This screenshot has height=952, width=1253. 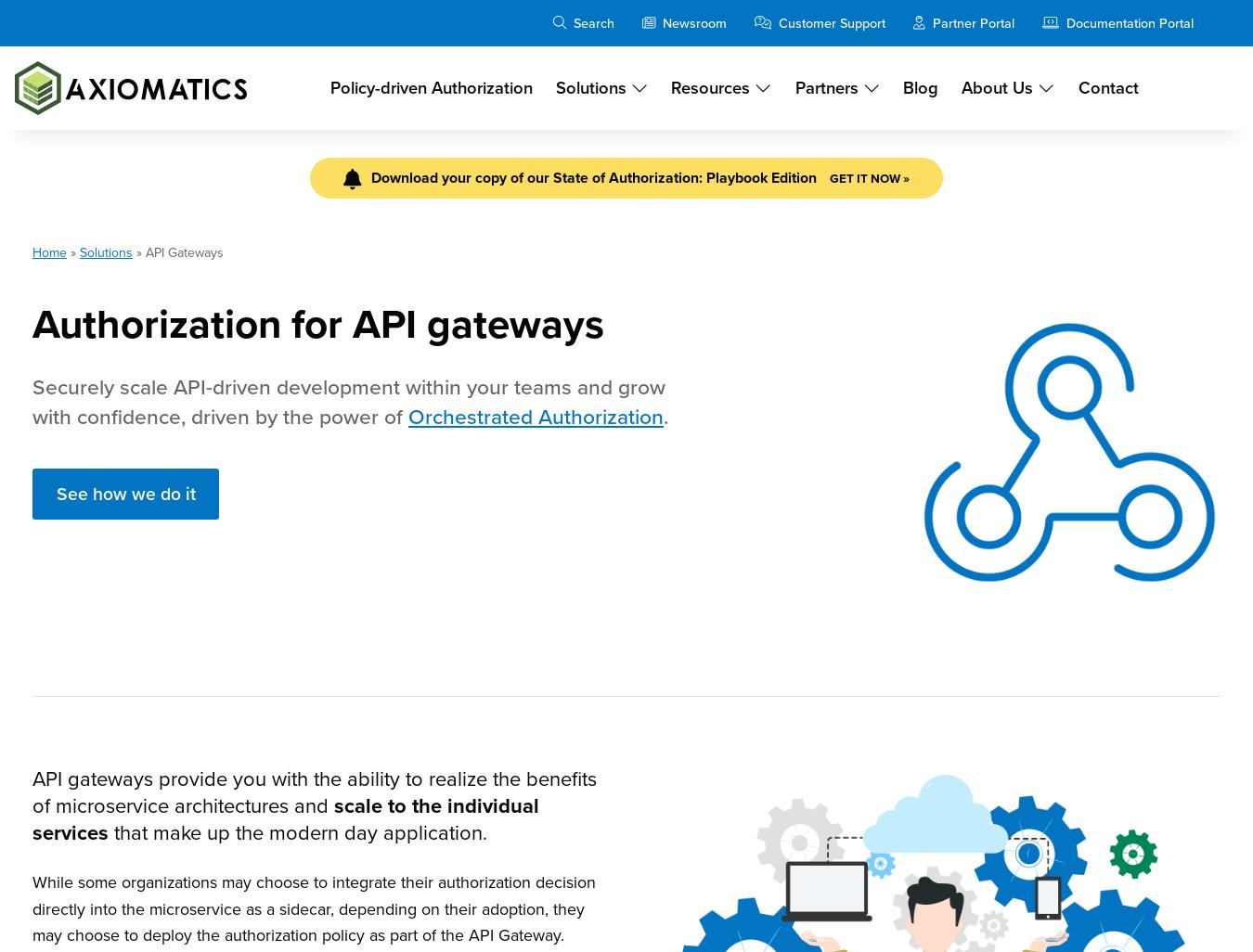 What do you see at coordinates (626, 627) in the screenshot?
I see `'Learn more'` at bounding box center [626, 627].